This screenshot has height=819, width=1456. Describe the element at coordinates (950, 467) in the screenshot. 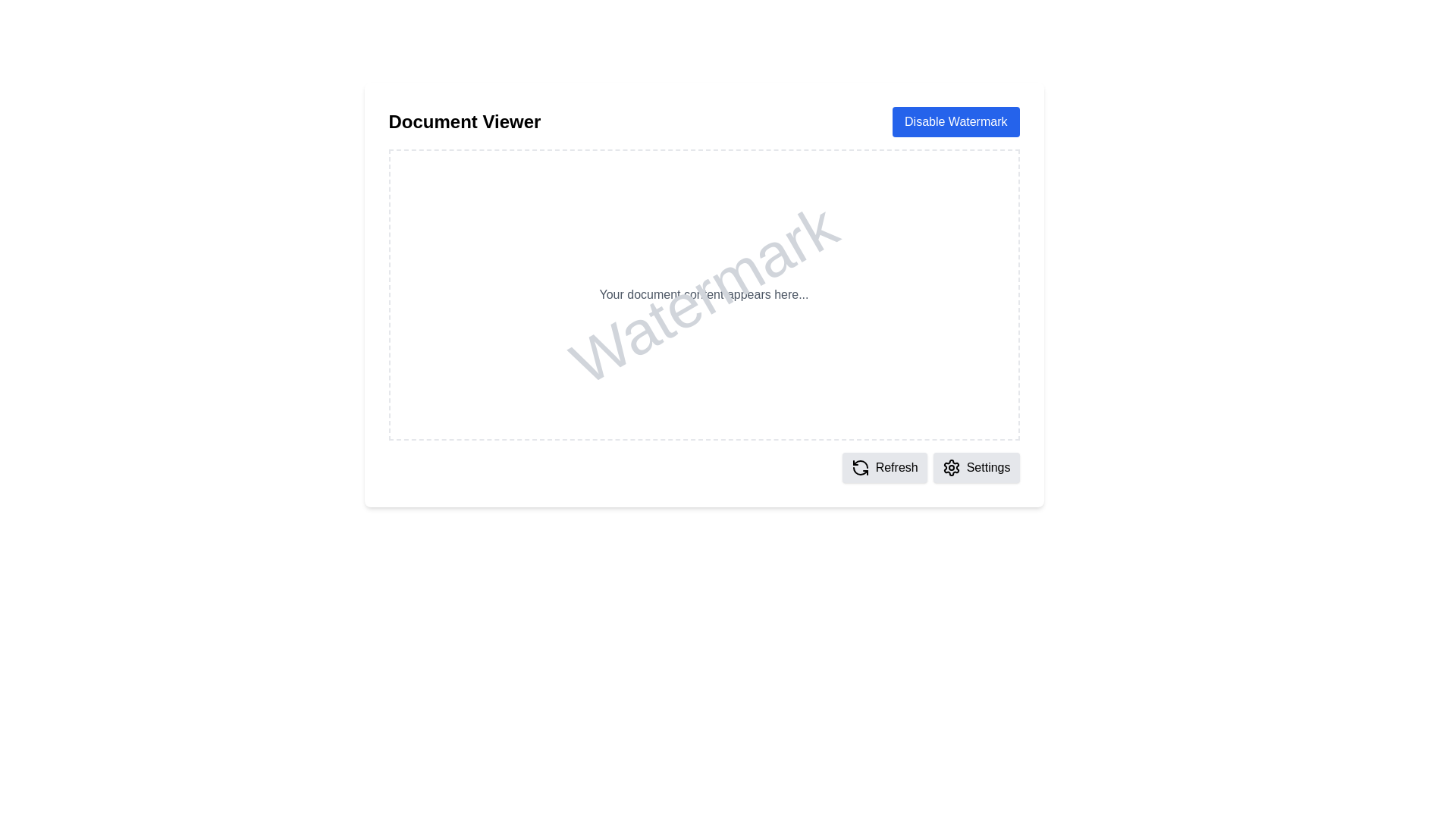

I see `the gear icon located to the left of the 'Settings' label in the bottom-right corner of the interface` at that location.